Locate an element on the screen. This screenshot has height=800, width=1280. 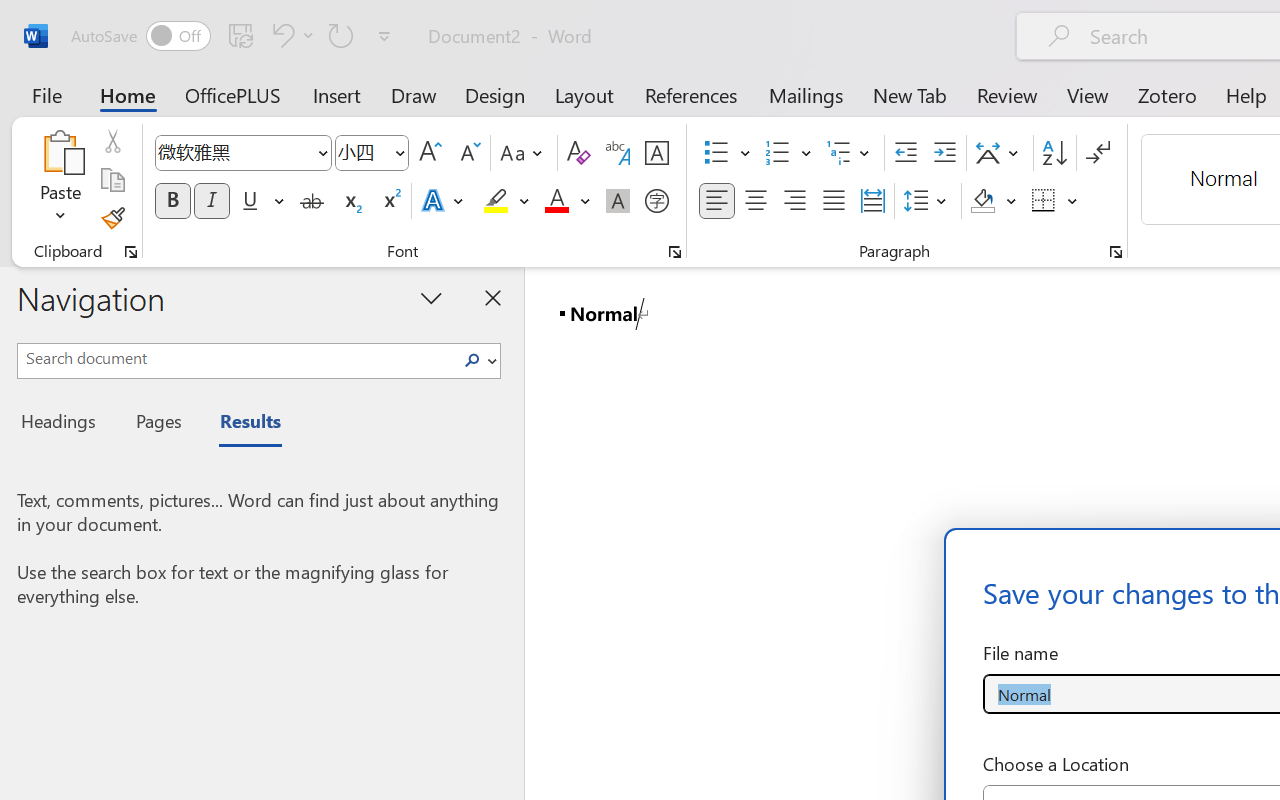
'Text Effects and Typography' is located at coordinates (443, 201).